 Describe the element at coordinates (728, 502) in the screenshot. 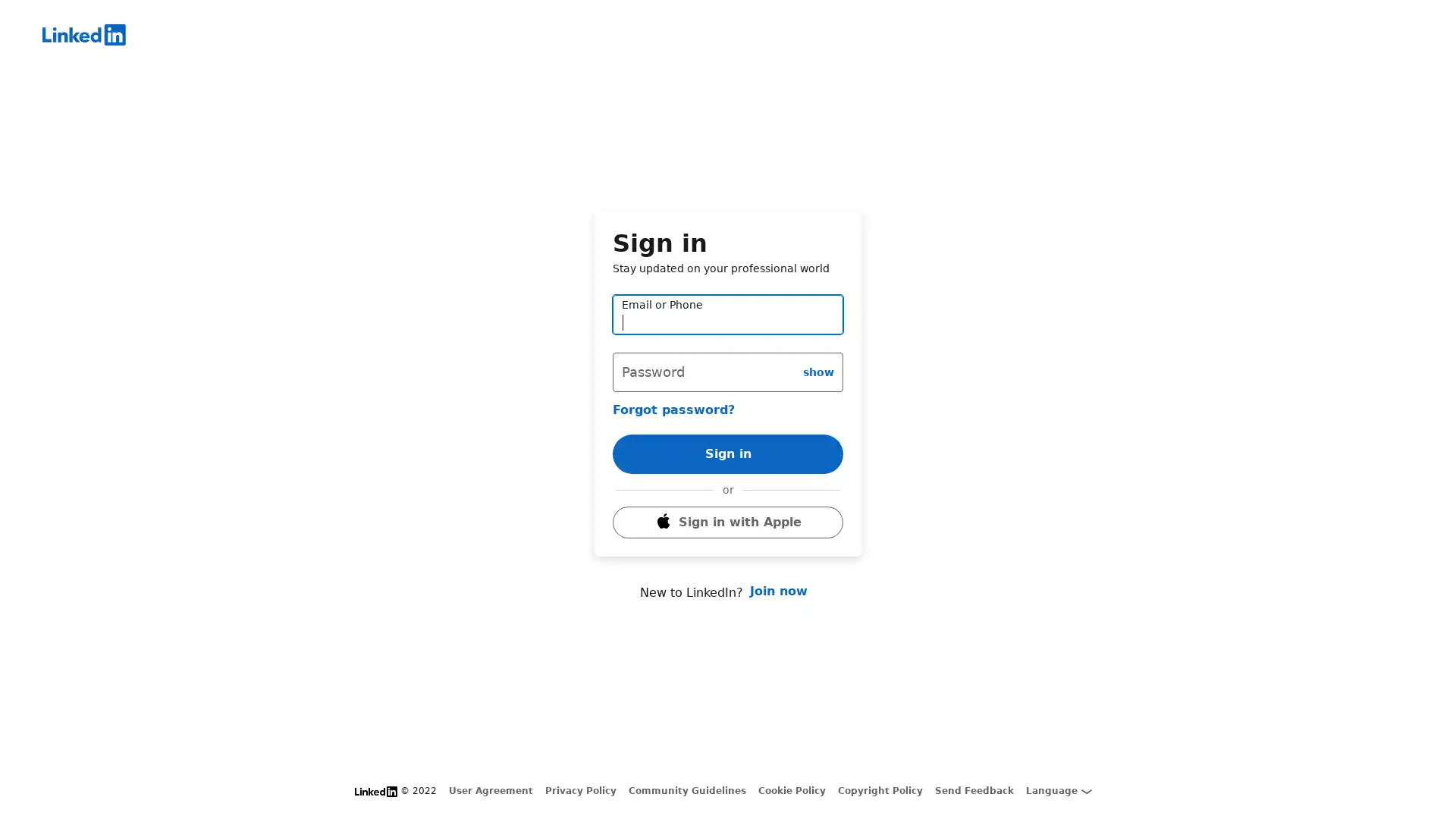

I see `Sign in with Google` at that location.